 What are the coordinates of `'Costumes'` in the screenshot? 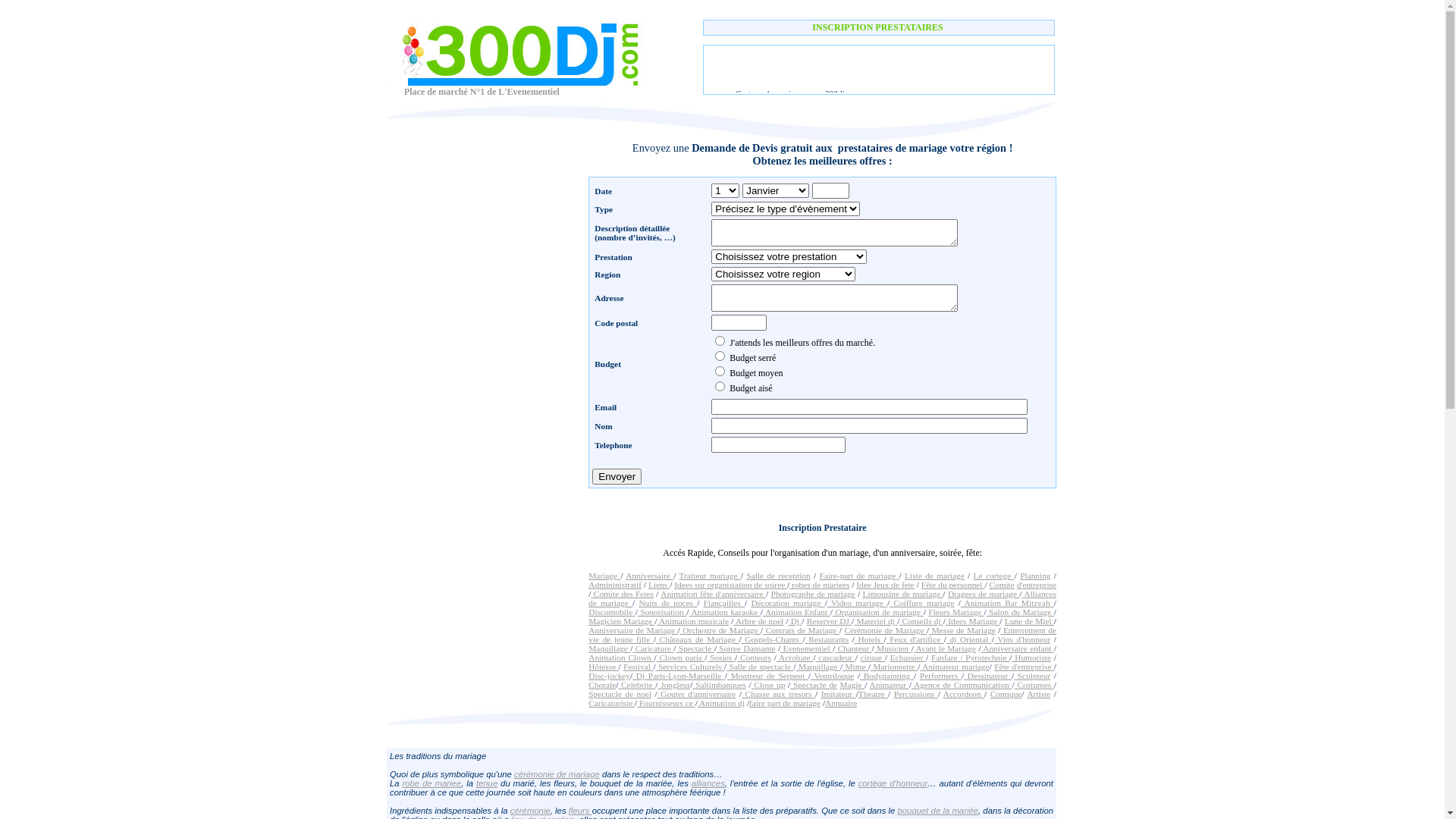 It's located at (1033, 684).